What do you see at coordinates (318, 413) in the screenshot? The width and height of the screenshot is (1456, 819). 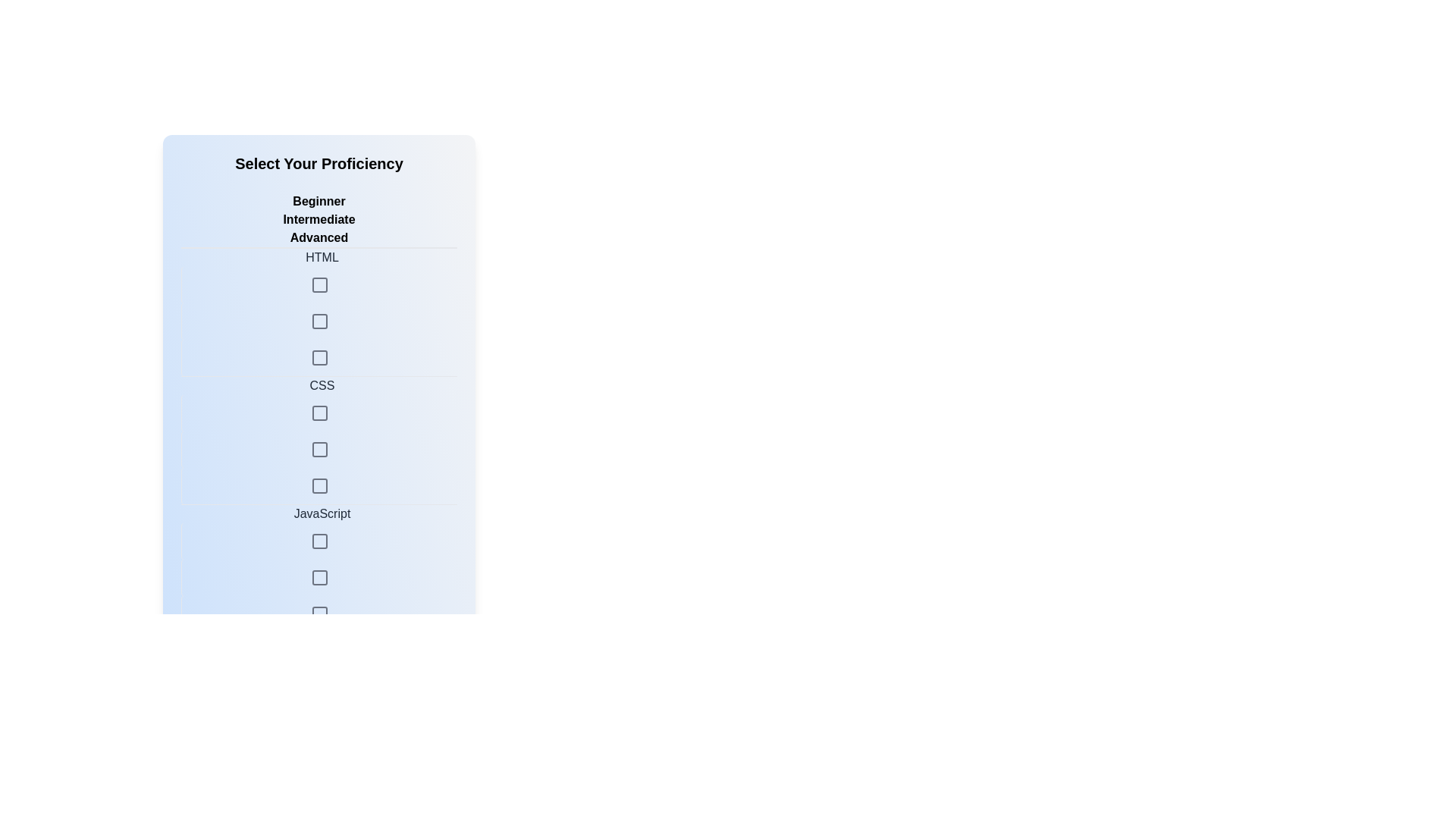 I see `the skill level Intermediate for the skill CSS` at bounding box center [318, 413].